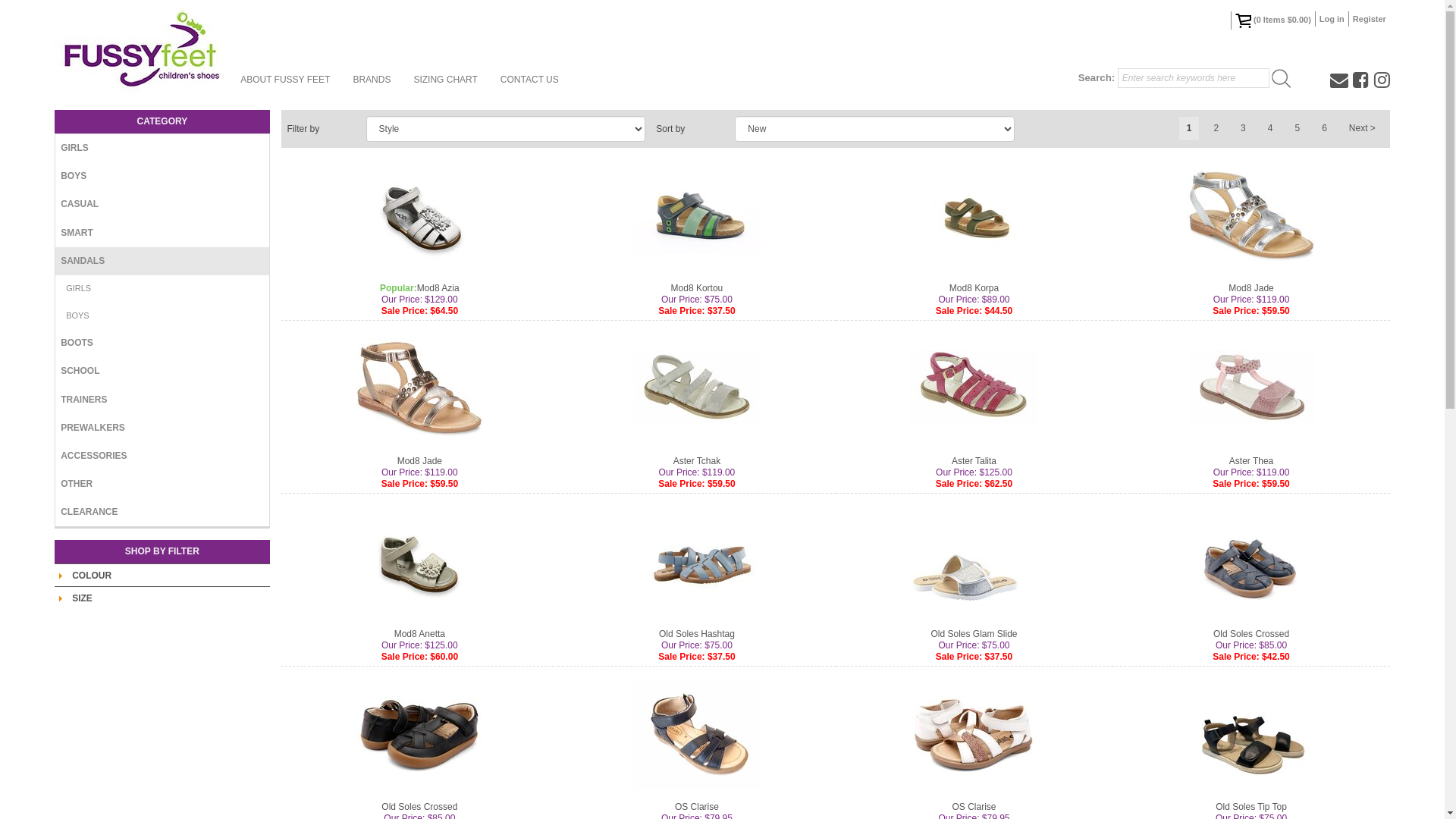  What do you see at coordinates (1251, 561) in the screenshot?
I see `'Old Soles Crossed-sandals-Fussy Feet - Childrens Shoes'` at bounding box center [1251, 561].